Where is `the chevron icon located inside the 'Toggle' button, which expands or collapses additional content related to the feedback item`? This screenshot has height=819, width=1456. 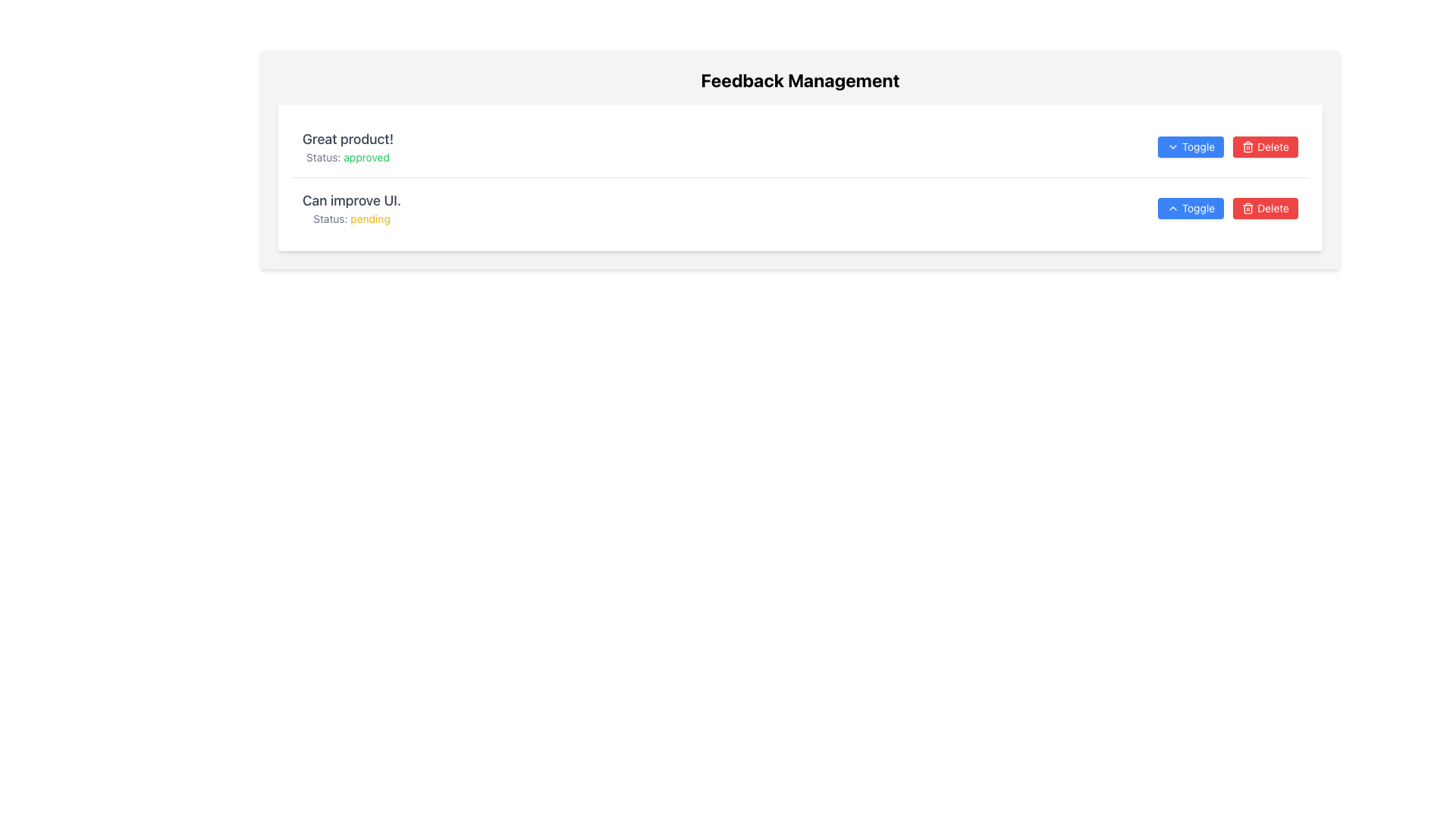
the chevron icon located inside the 'Toggle' button, which expands or collapses additional content related to the feedback item is located at coordinates (1172, 146).